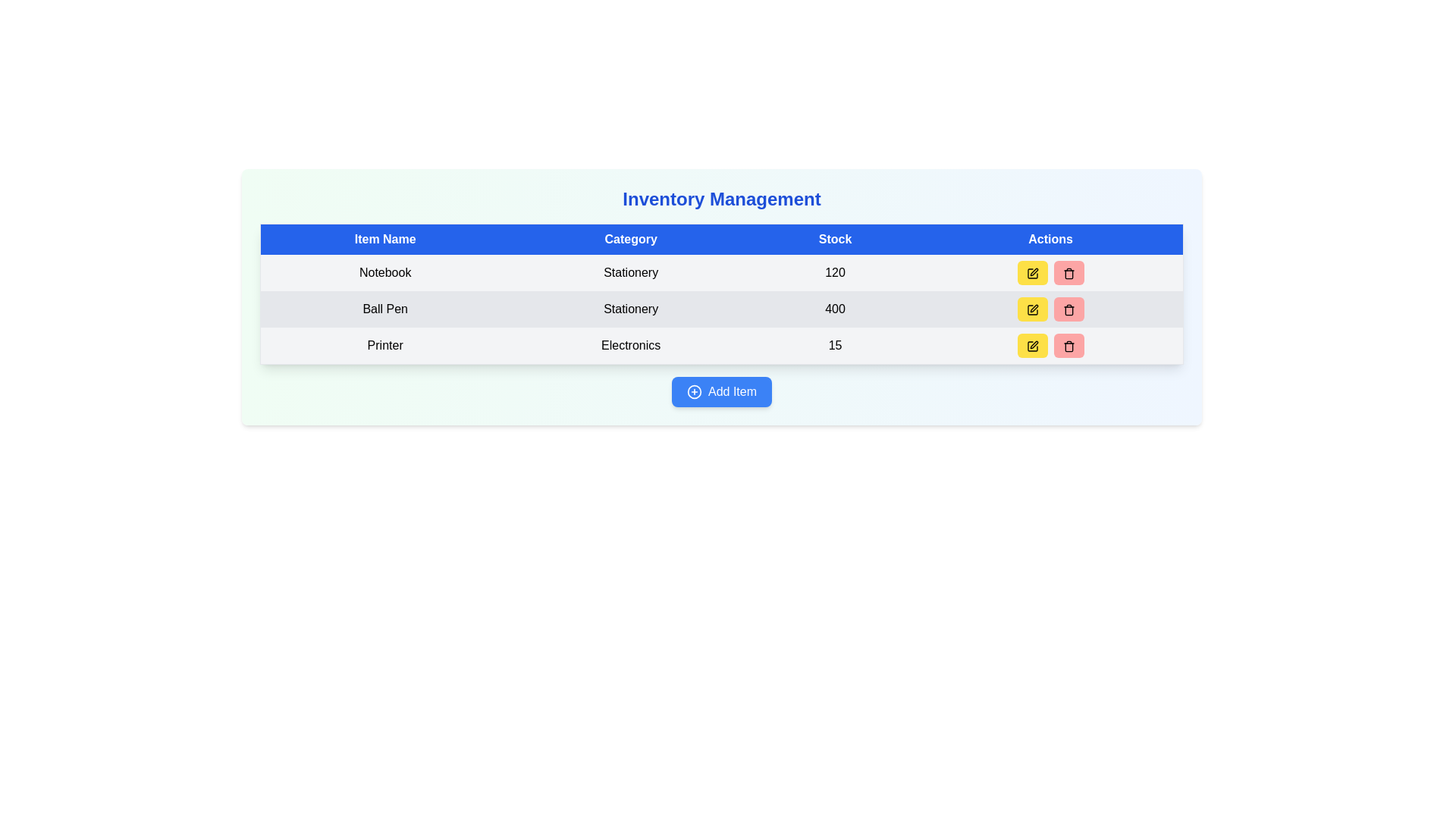 This screenshot has width=1456, height=819. Describe the element at coordinates (720, 391) in the screenshot. I see `the blue button labeled 'Add Item' with a white circular plus icon` at that location.